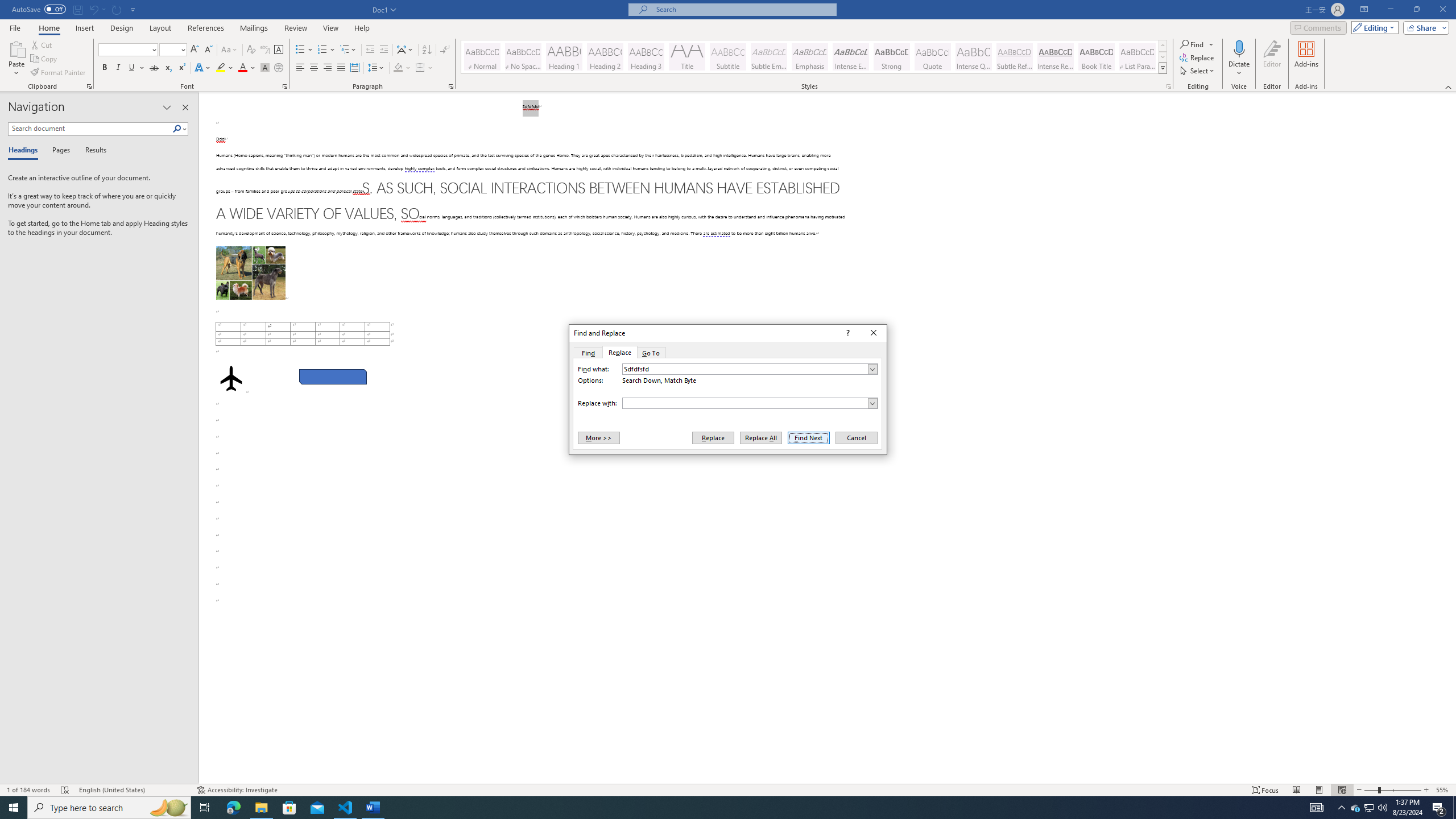 This screenshot has height=819, width=1456. Describe the element at coordinates (354, 67) in the screenshot. I see `'Distributed'` at that location.